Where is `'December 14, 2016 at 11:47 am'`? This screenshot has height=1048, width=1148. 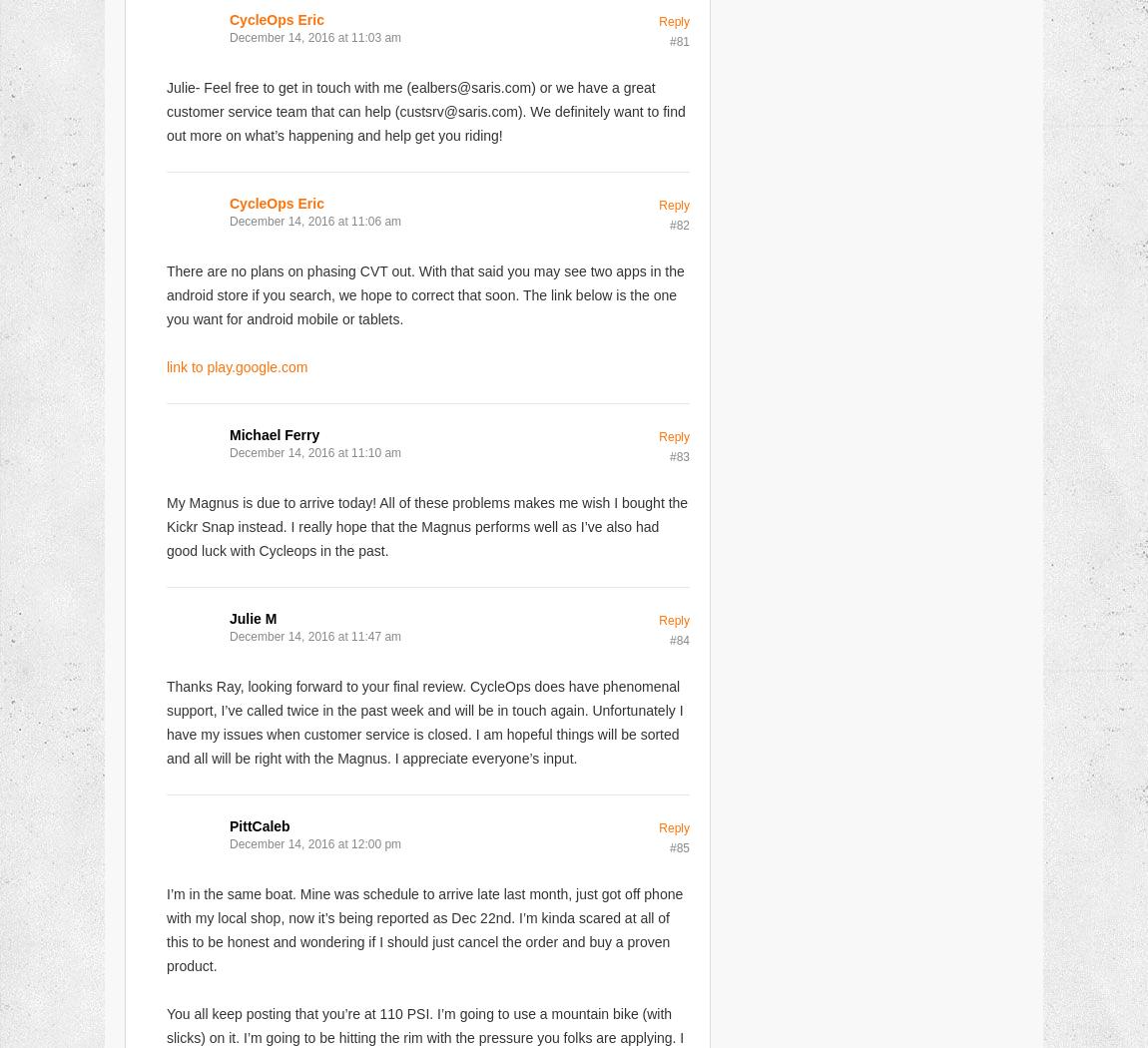 'December 14, 2016 at 11:47 am' is located at coordinates (315, 636).